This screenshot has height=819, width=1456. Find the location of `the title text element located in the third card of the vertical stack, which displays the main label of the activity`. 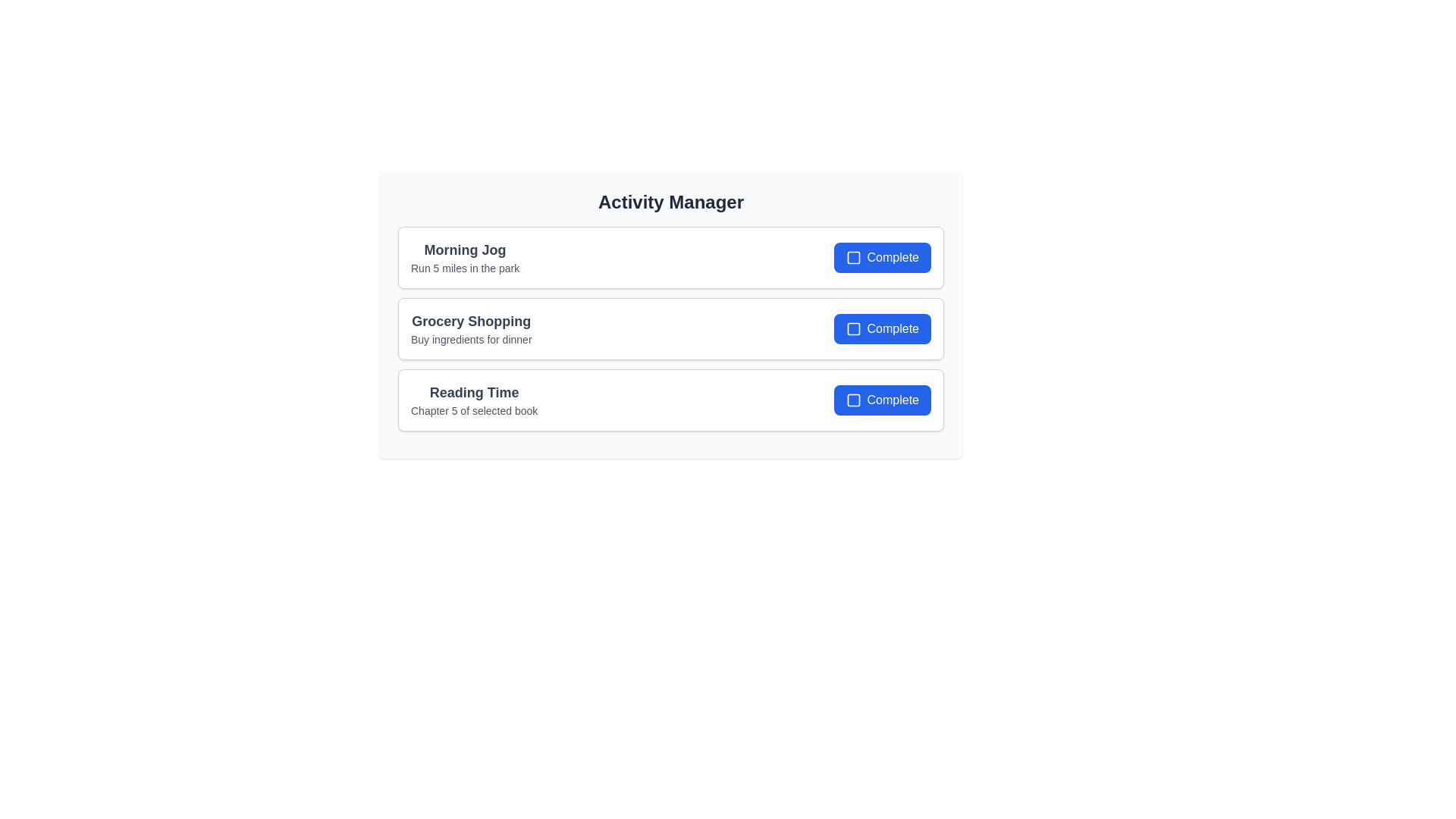

the title text element located in the third card of the vertical stack, which displays the main label of the activity is located at coordinates (473, 391).